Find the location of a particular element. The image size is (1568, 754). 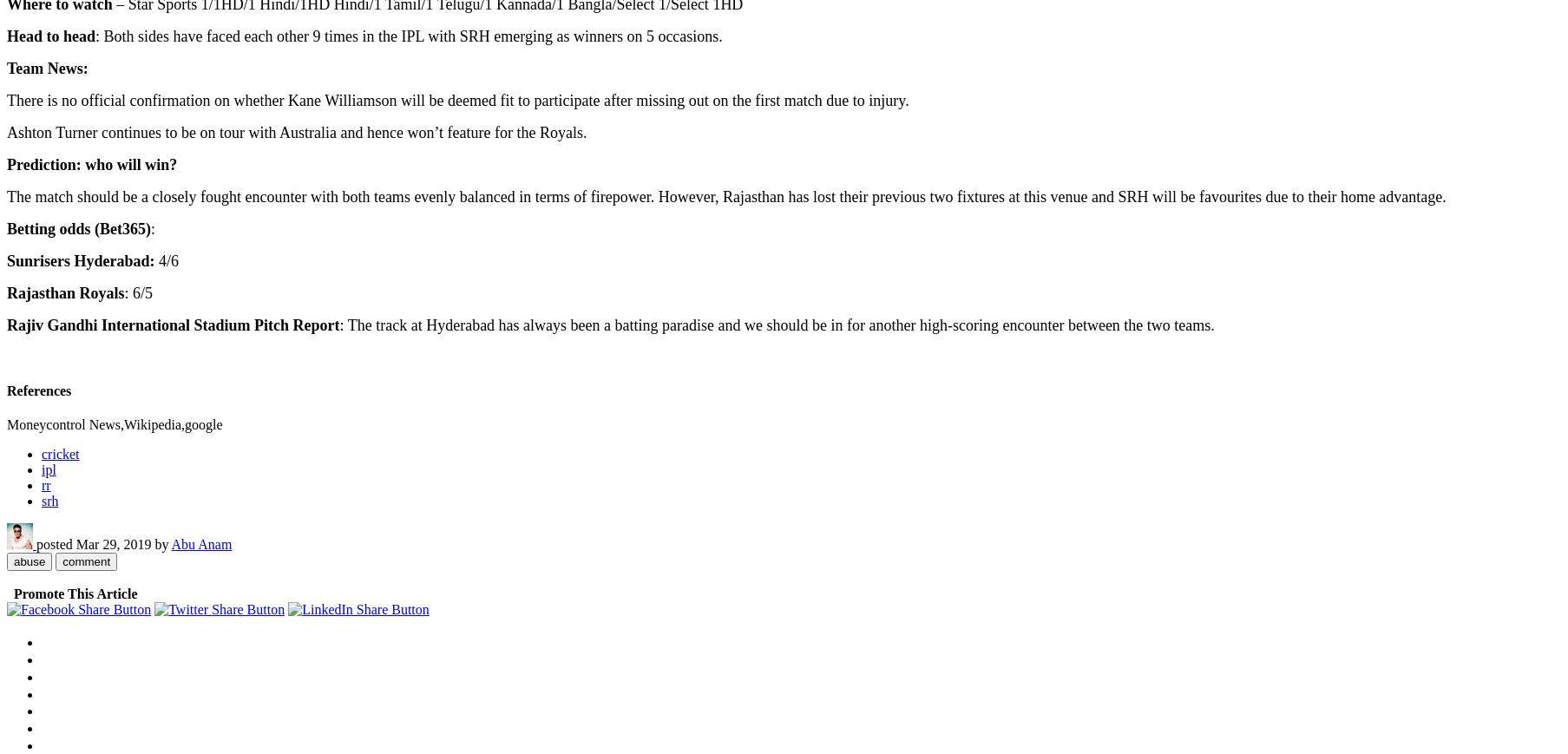

'cricket' is located at coordinates (60, 453).